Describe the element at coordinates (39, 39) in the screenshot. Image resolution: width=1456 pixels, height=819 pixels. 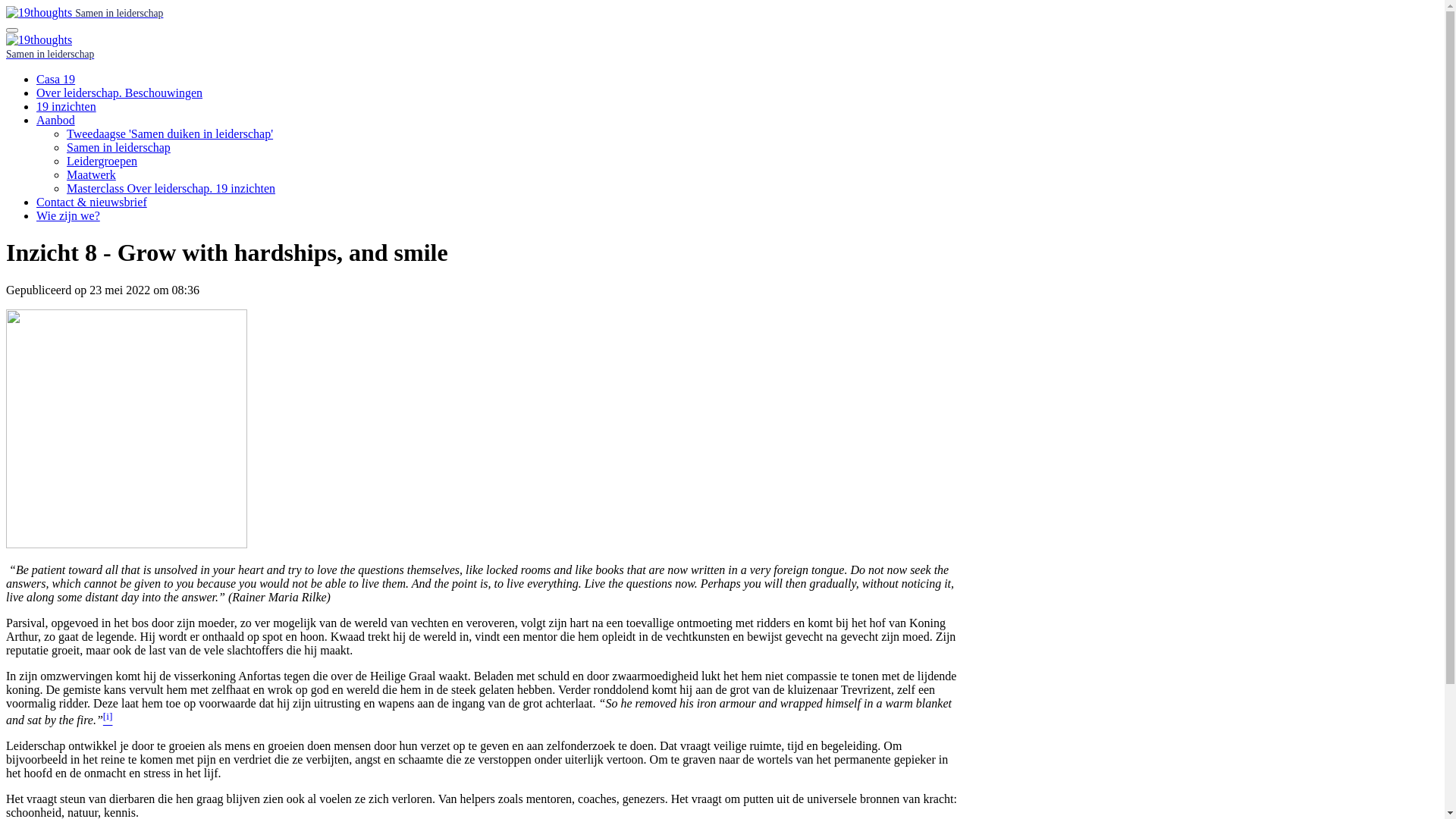
I see `'19thoughts'` at that location.